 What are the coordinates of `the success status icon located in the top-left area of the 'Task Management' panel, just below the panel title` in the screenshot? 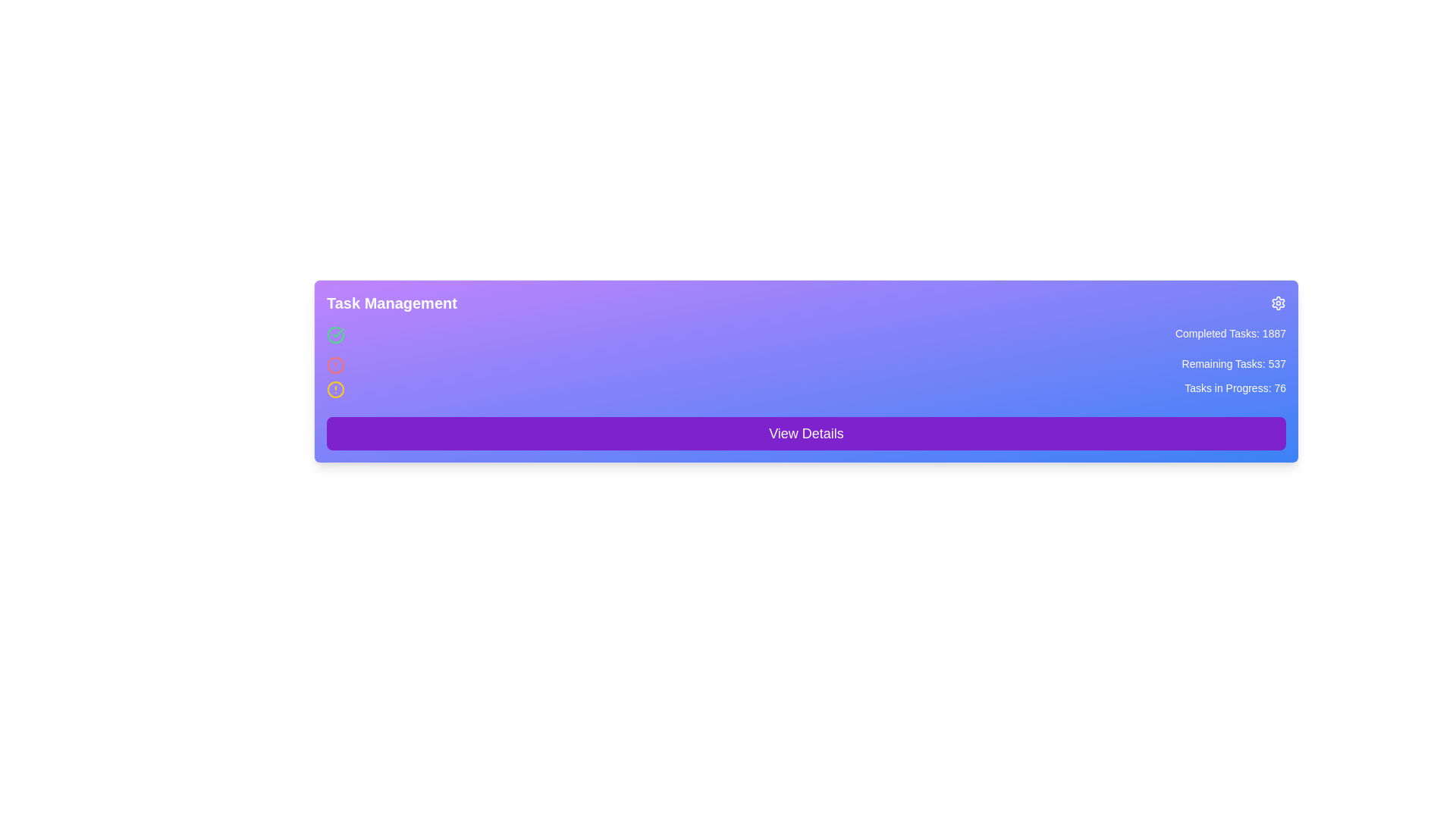 It's located at (337, 332).